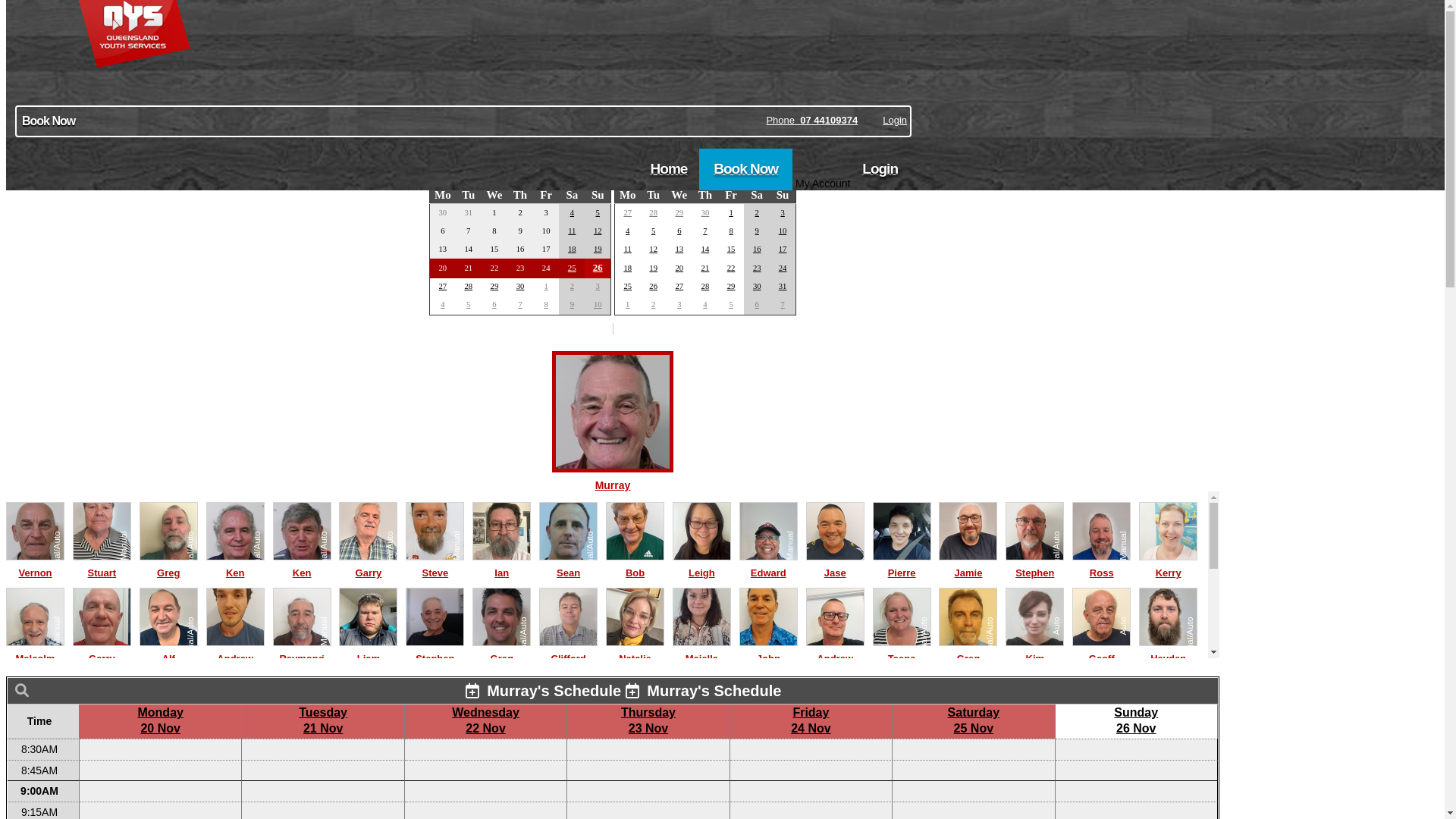 This screenshot has height=819, width=1456. I want to click on '30', so click(520, 286).